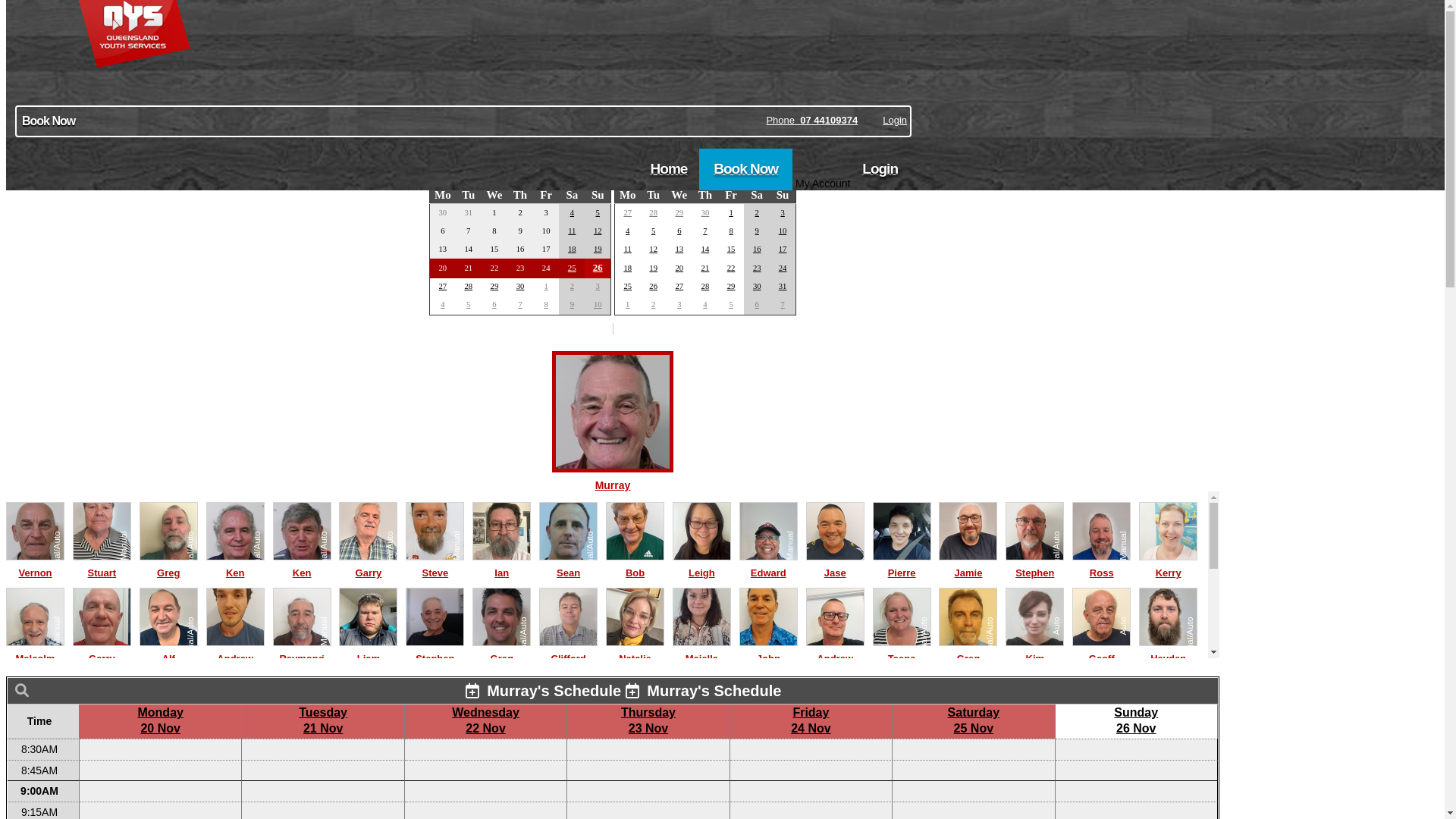 This screenshot has height=819, width=1456. I want to click on '30', so click(520, 286).